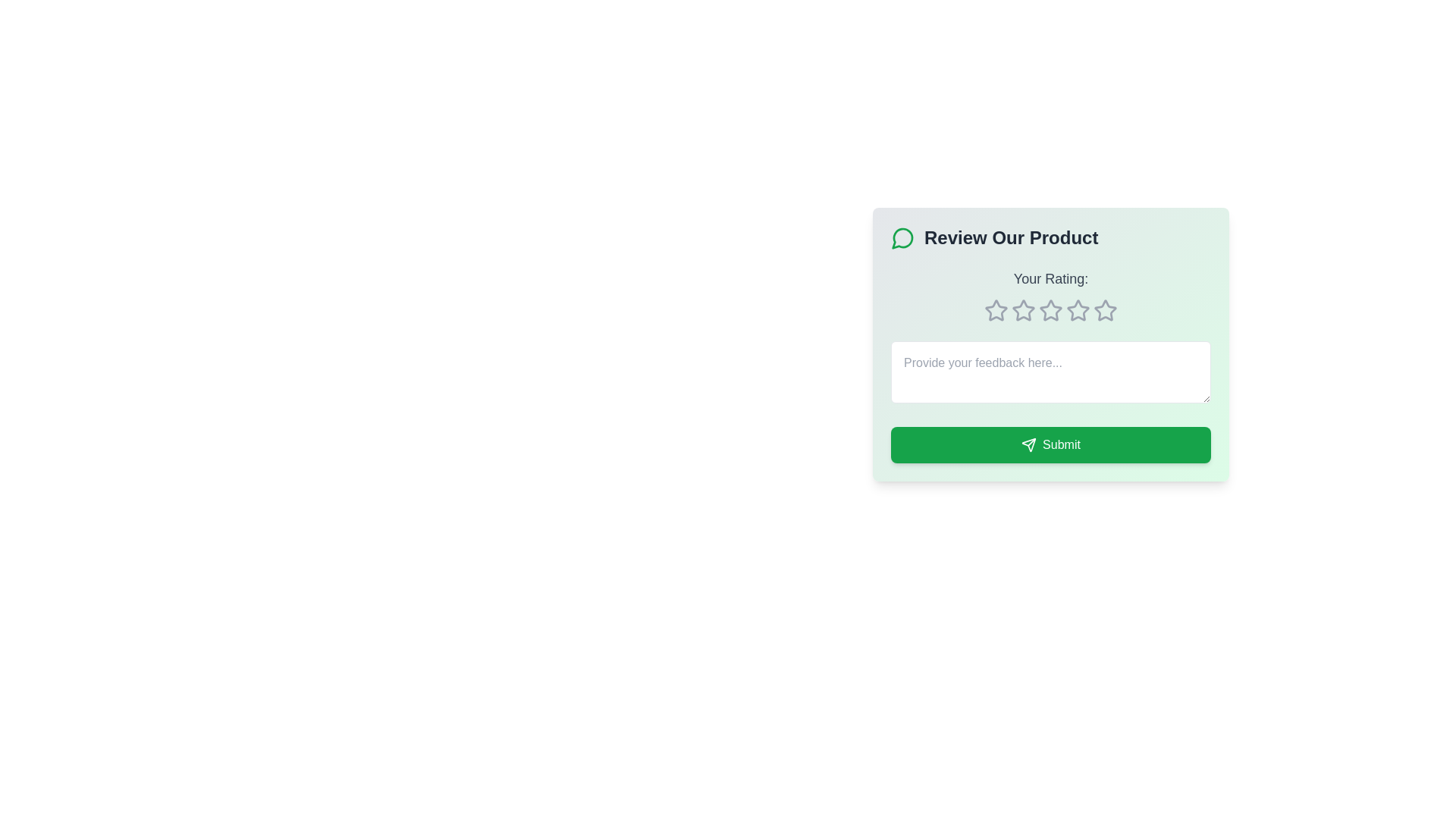  Describe the element at coordinates (1077, 309) in the screenshot. I see `on the fifth interactive rating star located below the 'Your Rating' label on the feedback form` at that location.